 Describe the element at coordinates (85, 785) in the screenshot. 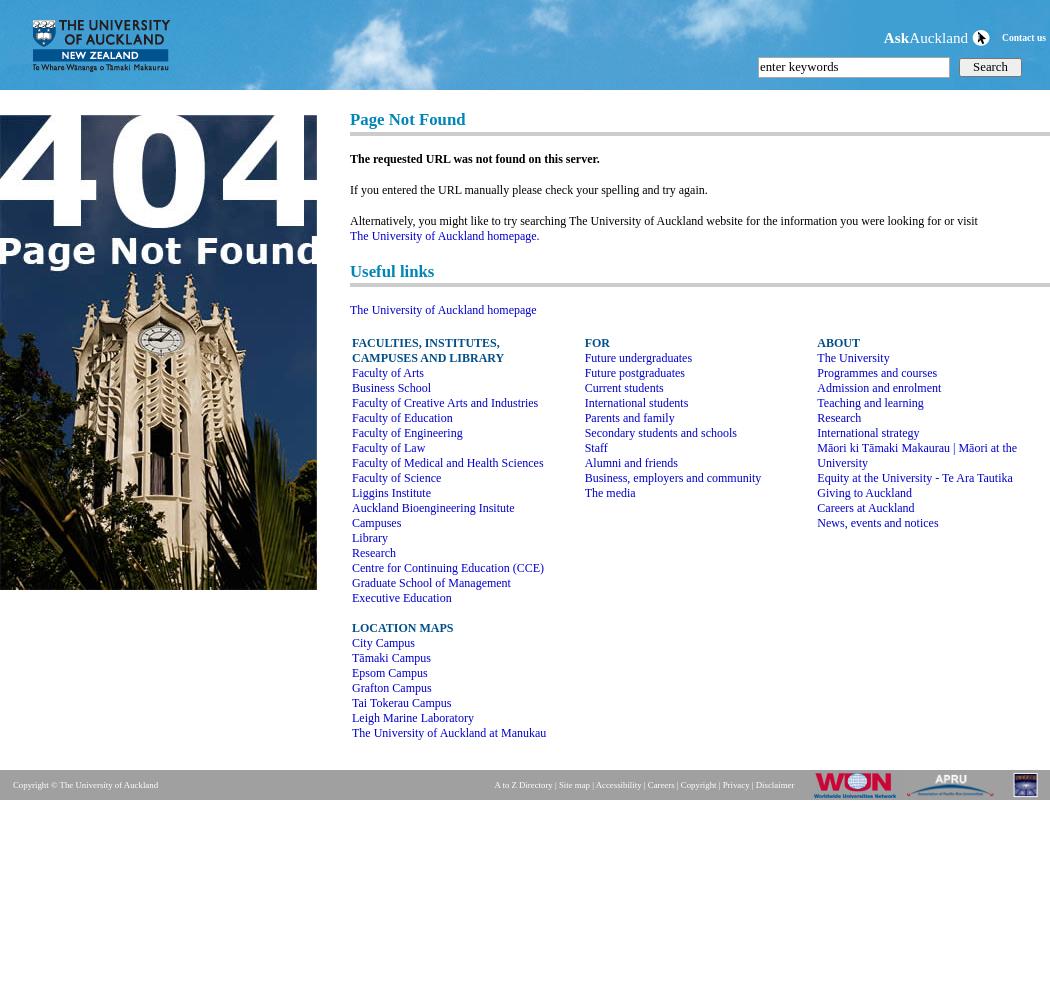

I see `'Copyright © The University of Auckland'` at that location.